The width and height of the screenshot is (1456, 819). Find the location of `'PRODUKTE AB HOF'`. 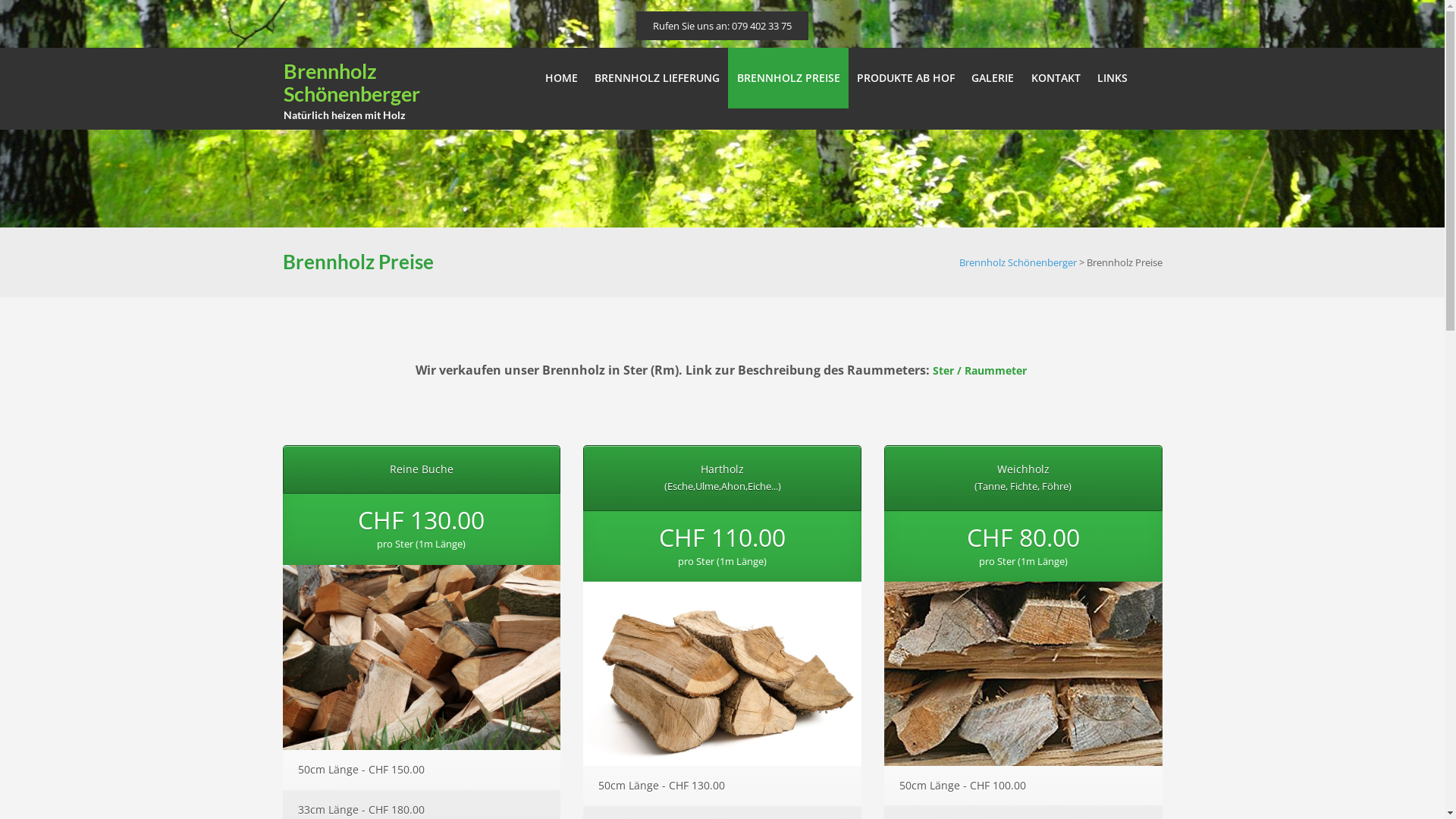

'PRODUKTE AB HOF' is located at coordinates (847, 78).